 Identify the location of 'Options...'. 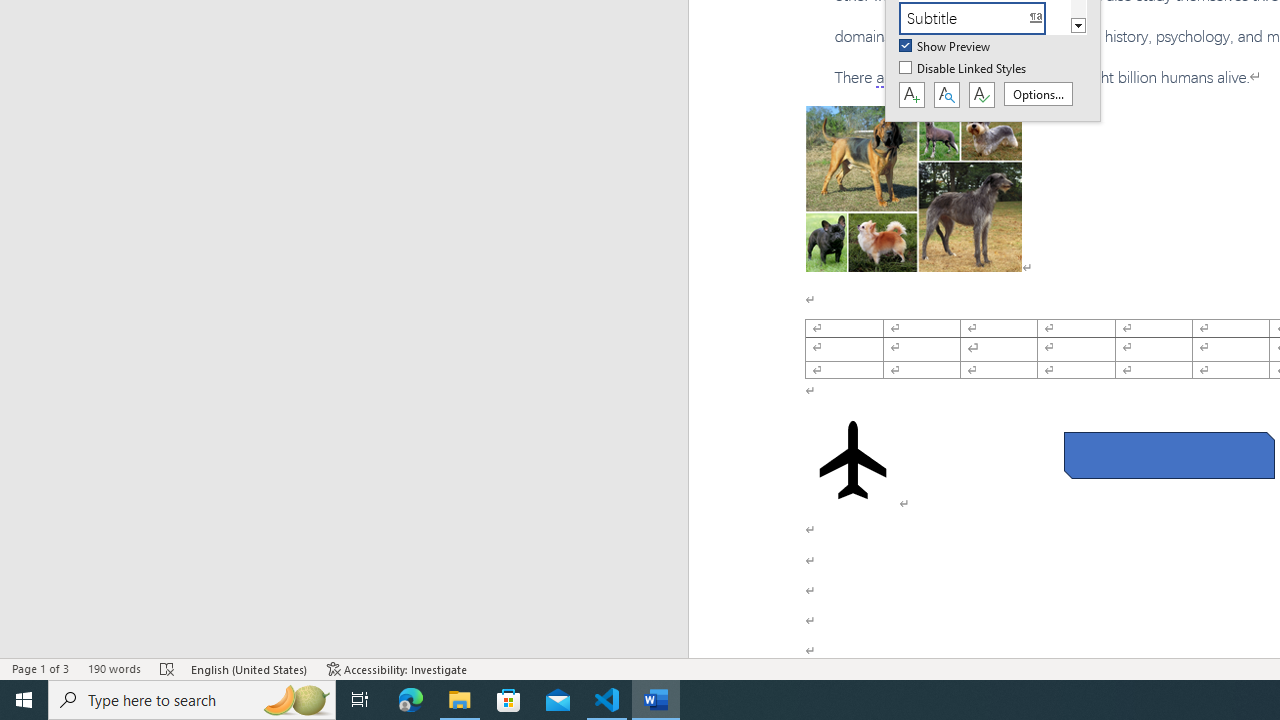
(1038, 93).